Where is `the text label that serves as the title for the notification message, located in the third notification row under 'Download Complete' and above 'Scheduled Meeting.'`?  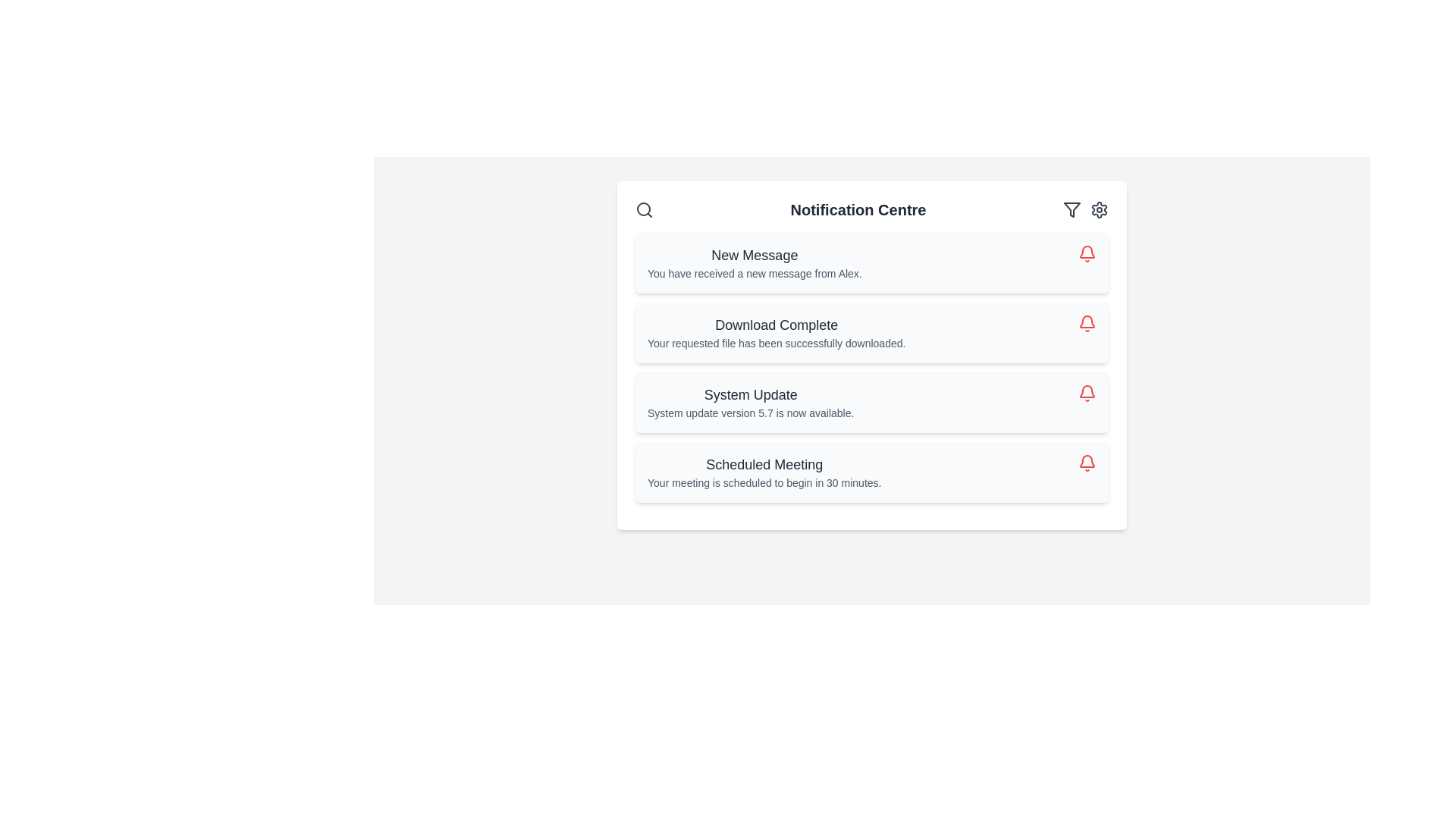
the text label that serves as the title for the notification message, located in the third notification row under 'Download Complete' and above 'Scheduled Meeting.' is located at coordinates (751, 394).